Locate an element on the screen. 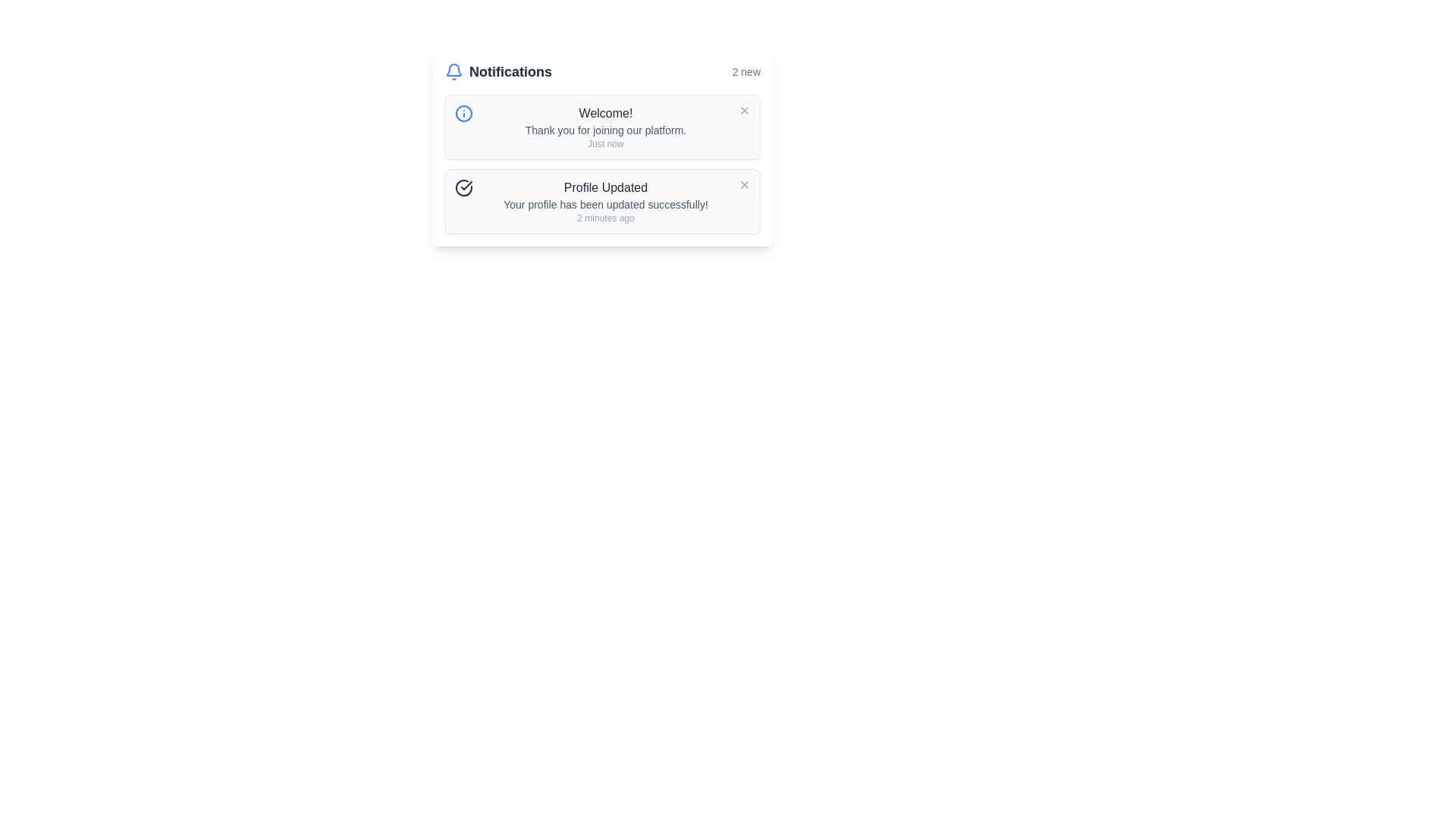  the first icon in the lower notification entry of the notifications section, which indicates a completed or successful action is located at coordinates (463, 187).